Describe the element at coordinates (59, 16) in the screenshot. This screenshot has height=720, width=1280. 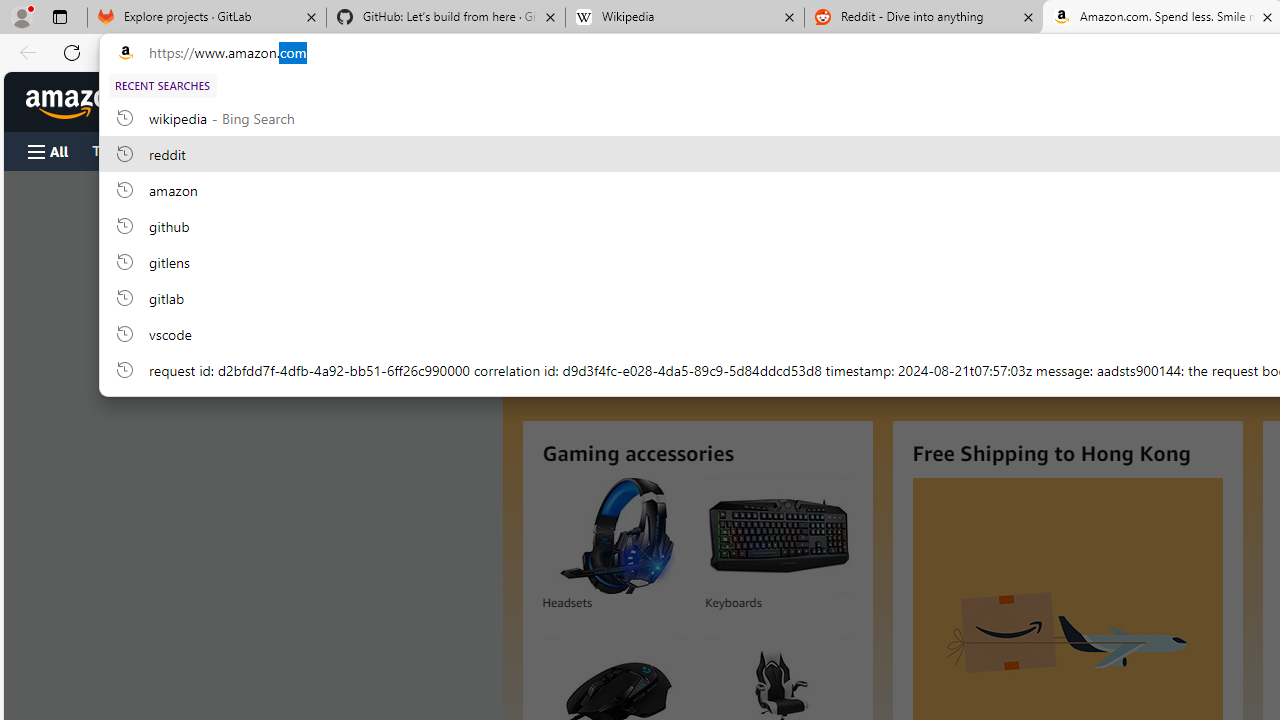
I see `'Tab actions menu'` at that location.